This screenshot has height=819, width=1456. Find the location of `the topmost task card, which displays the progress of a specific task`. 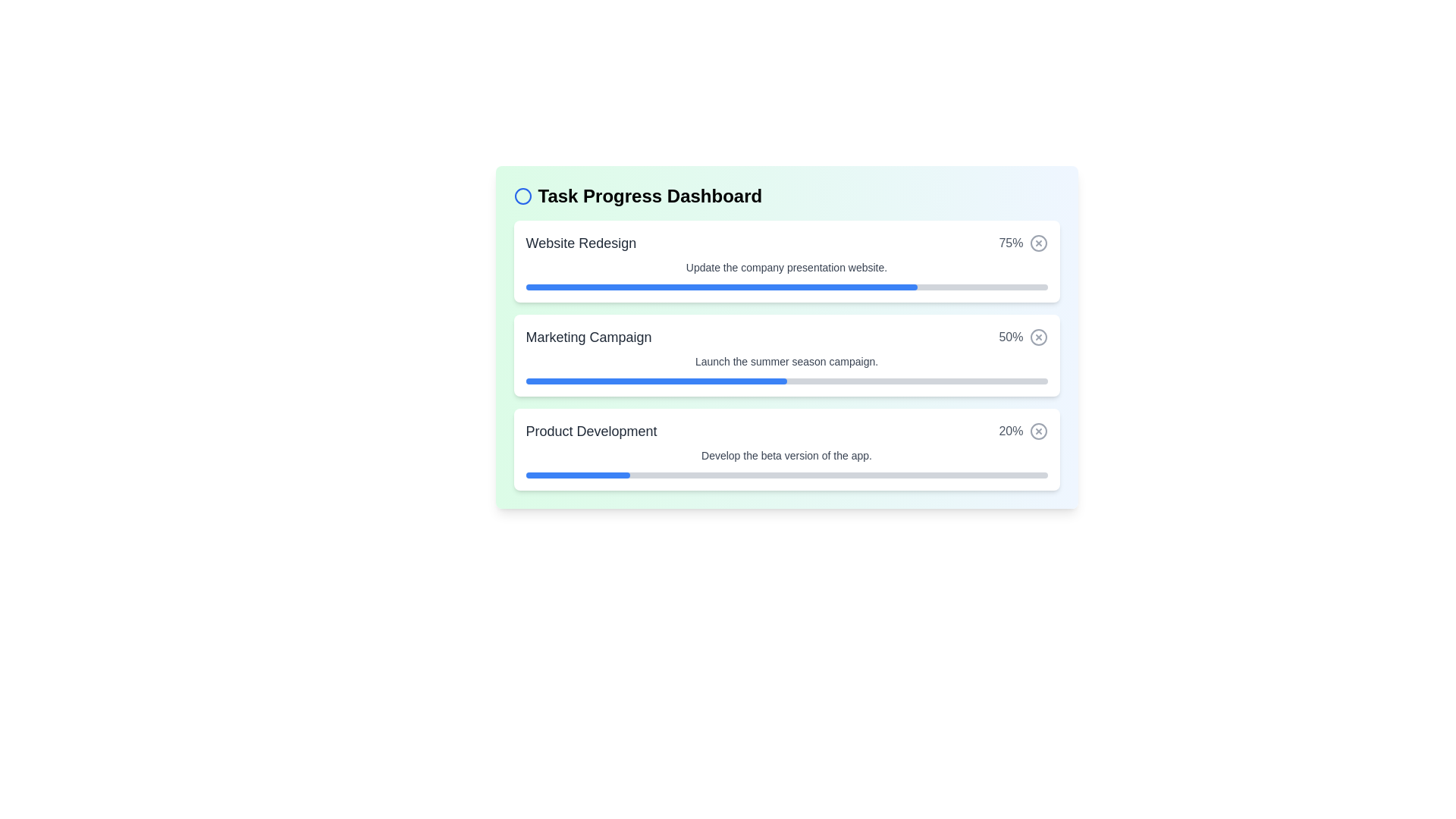

the topmost task card, which displays the progress of a specific task is located at coordinates (786, 260).